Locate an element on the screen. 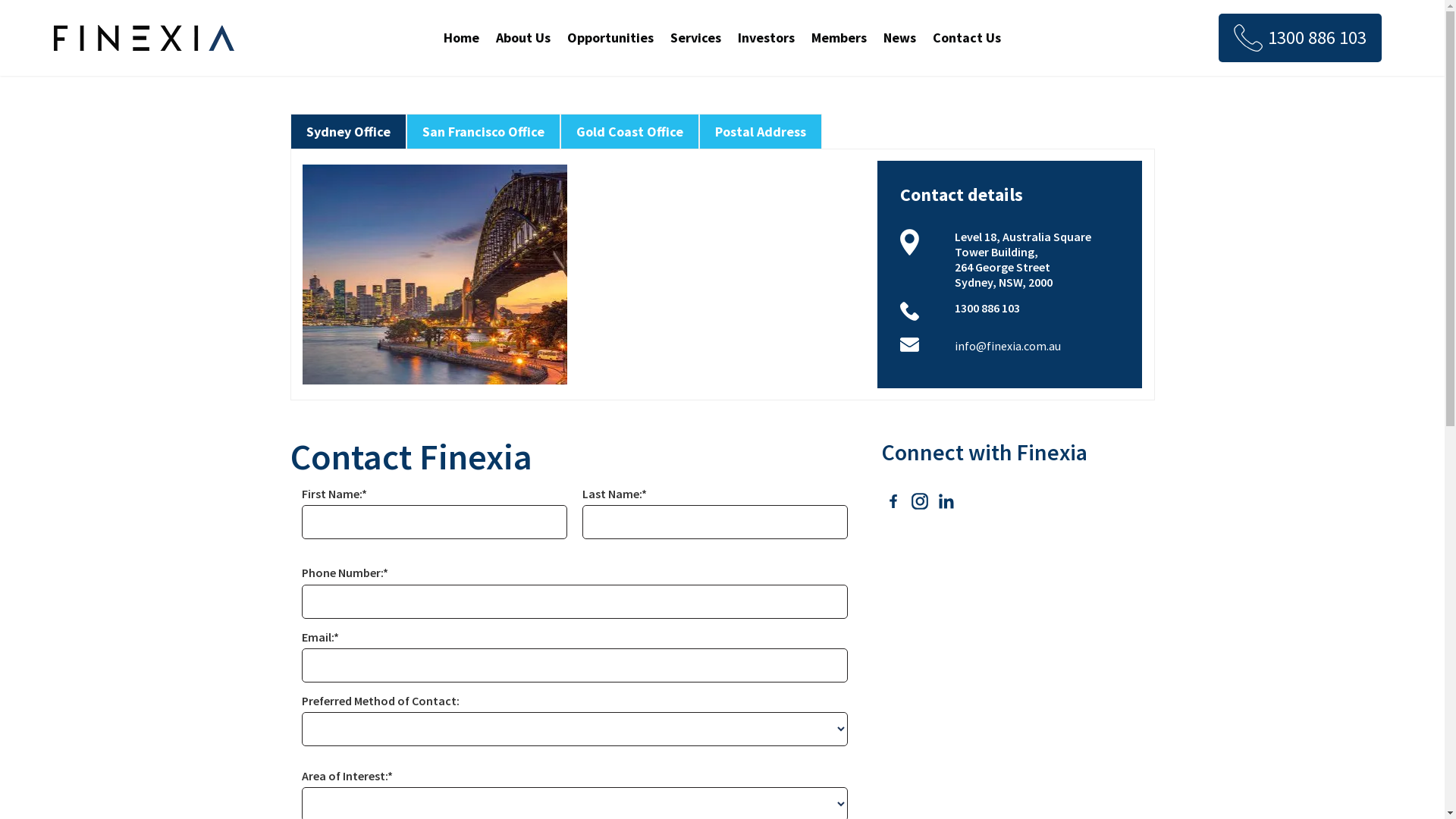  'San Francisco Office' is located at coordinates (482, 130).